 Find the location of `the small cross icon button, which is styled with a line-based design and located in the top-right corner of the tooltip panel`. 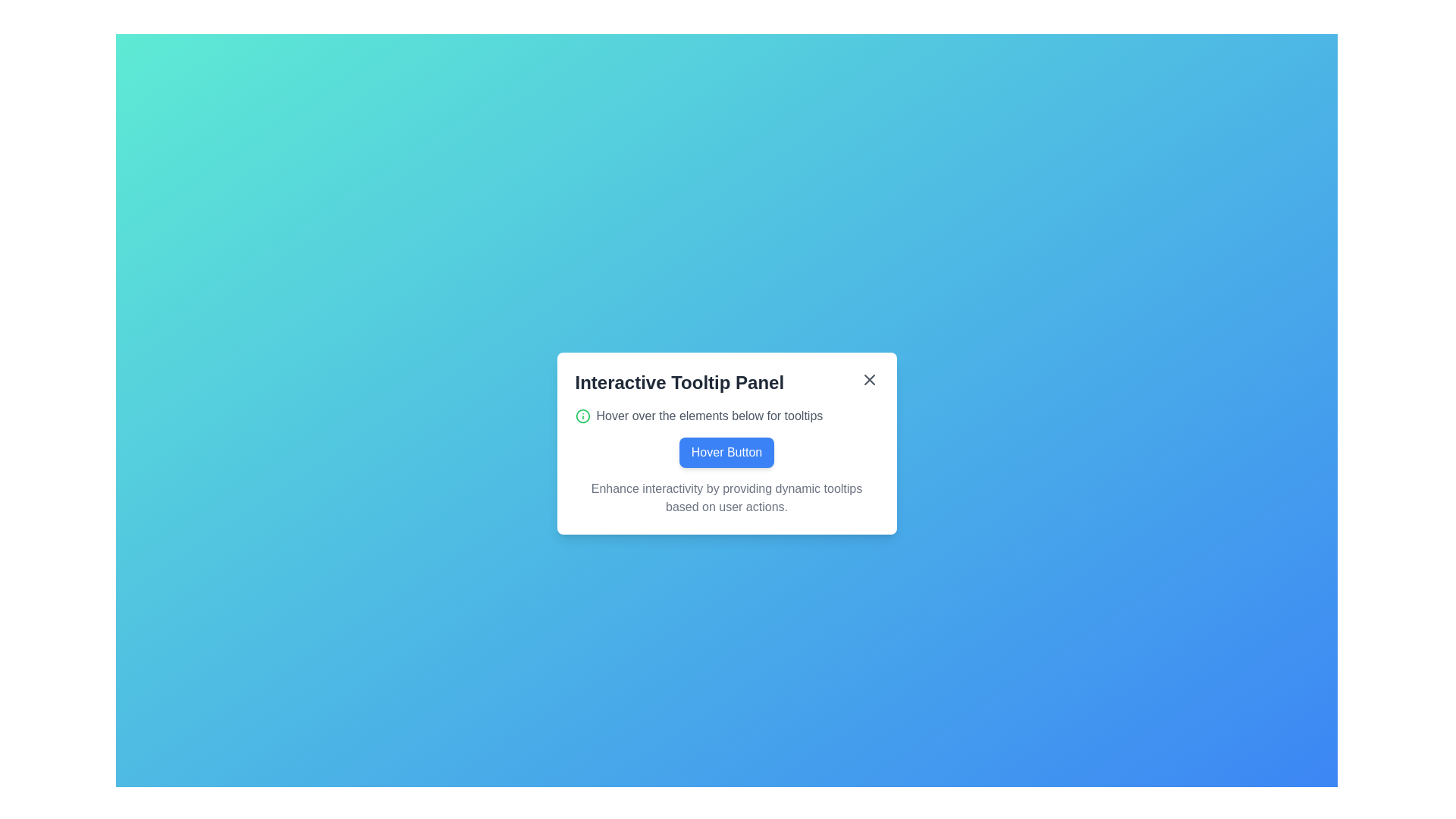

the small cross icon button, which is styled with a line-based design and located in the top-right corner of the tooltip panel is located at coordinates (869, 379).